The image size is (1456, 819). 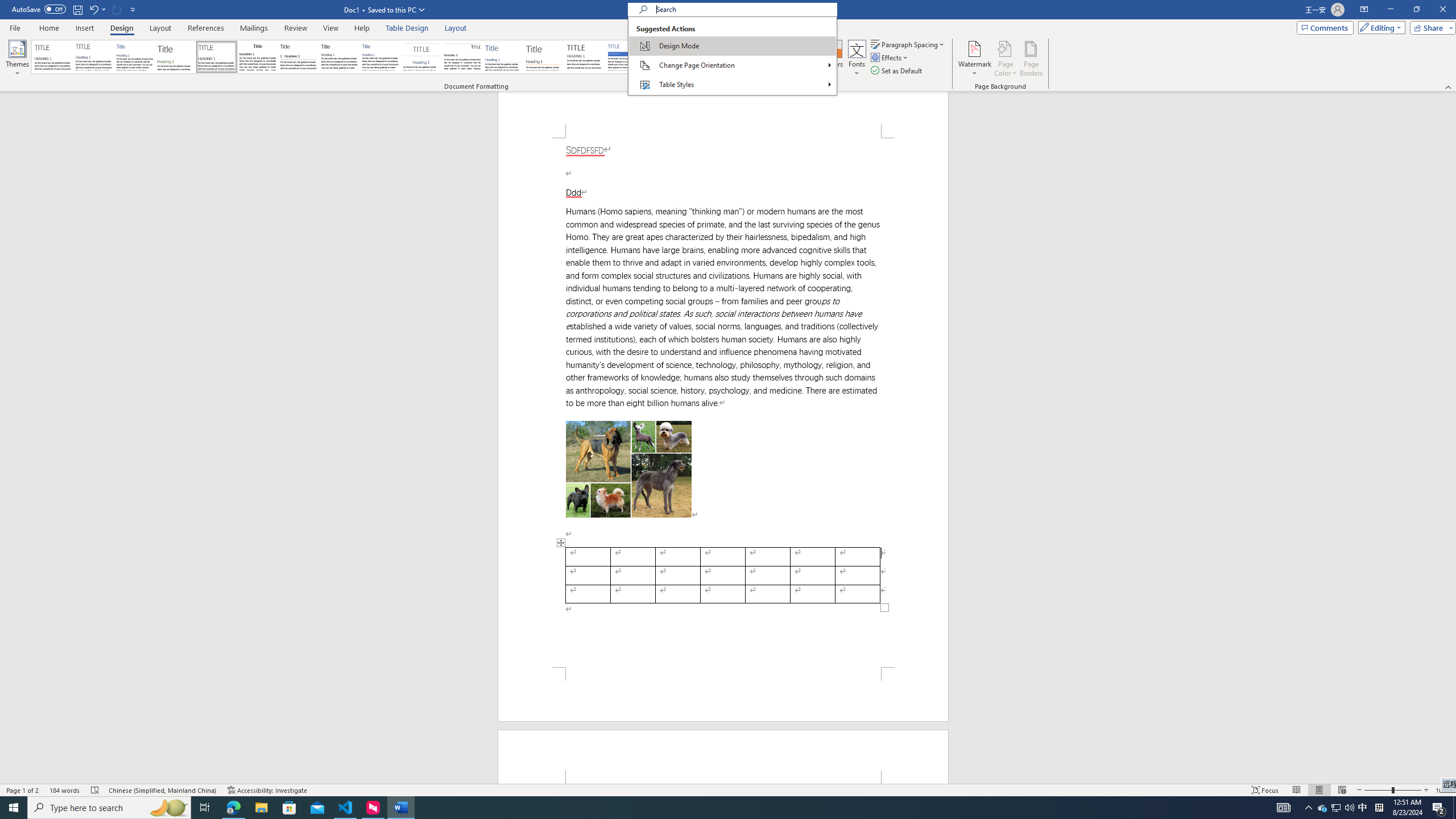 What do you see at coordinates (1006, 59) in the screenshot?
I see `'Page Color'` at bounding box center [1006, 59].